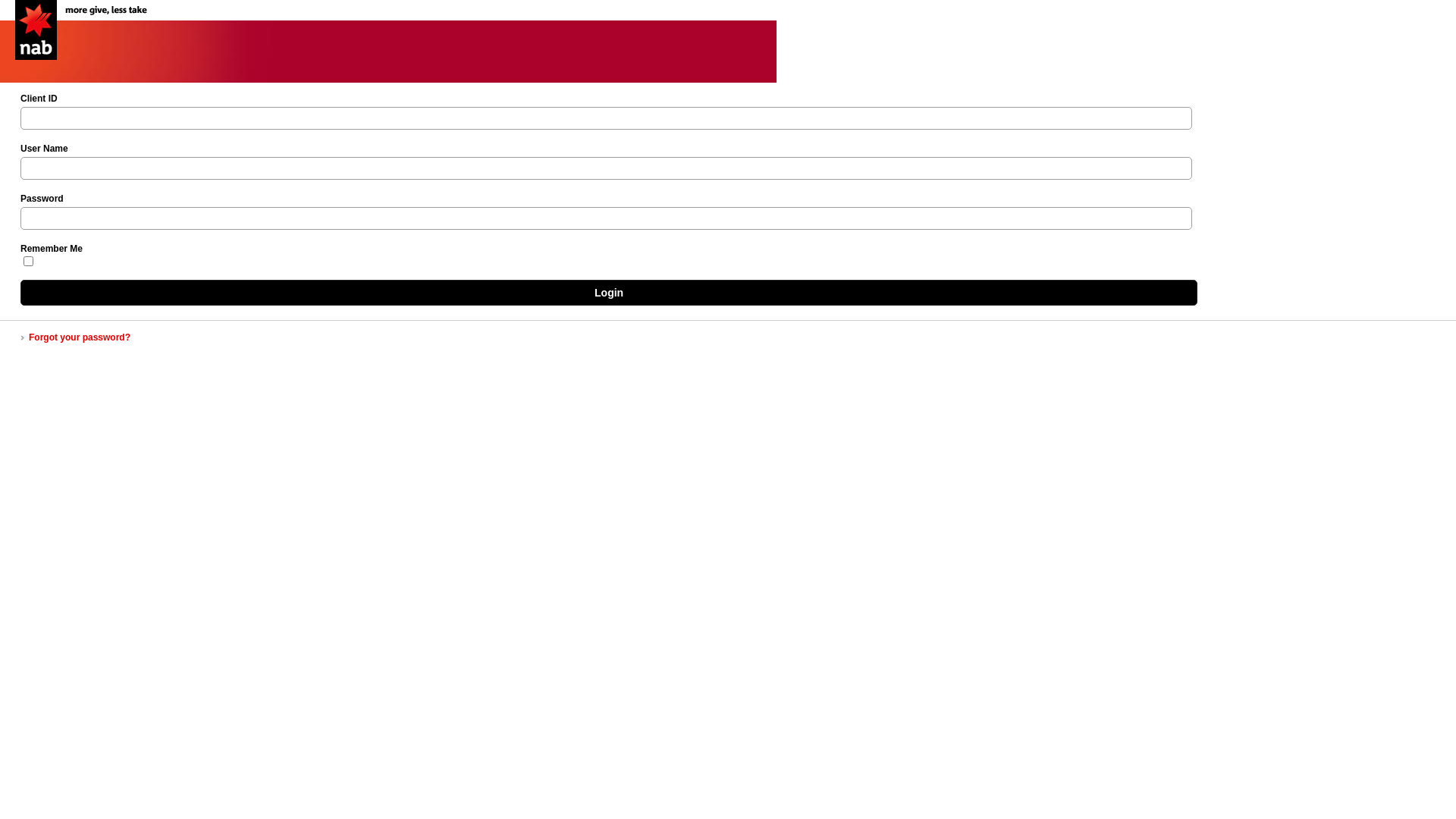 The height and width of the screenshot is (819, 1456). What do you see at coordinates (608, 292) in the screenshot?
I see `'Login'` at bounding box center [608, 292].